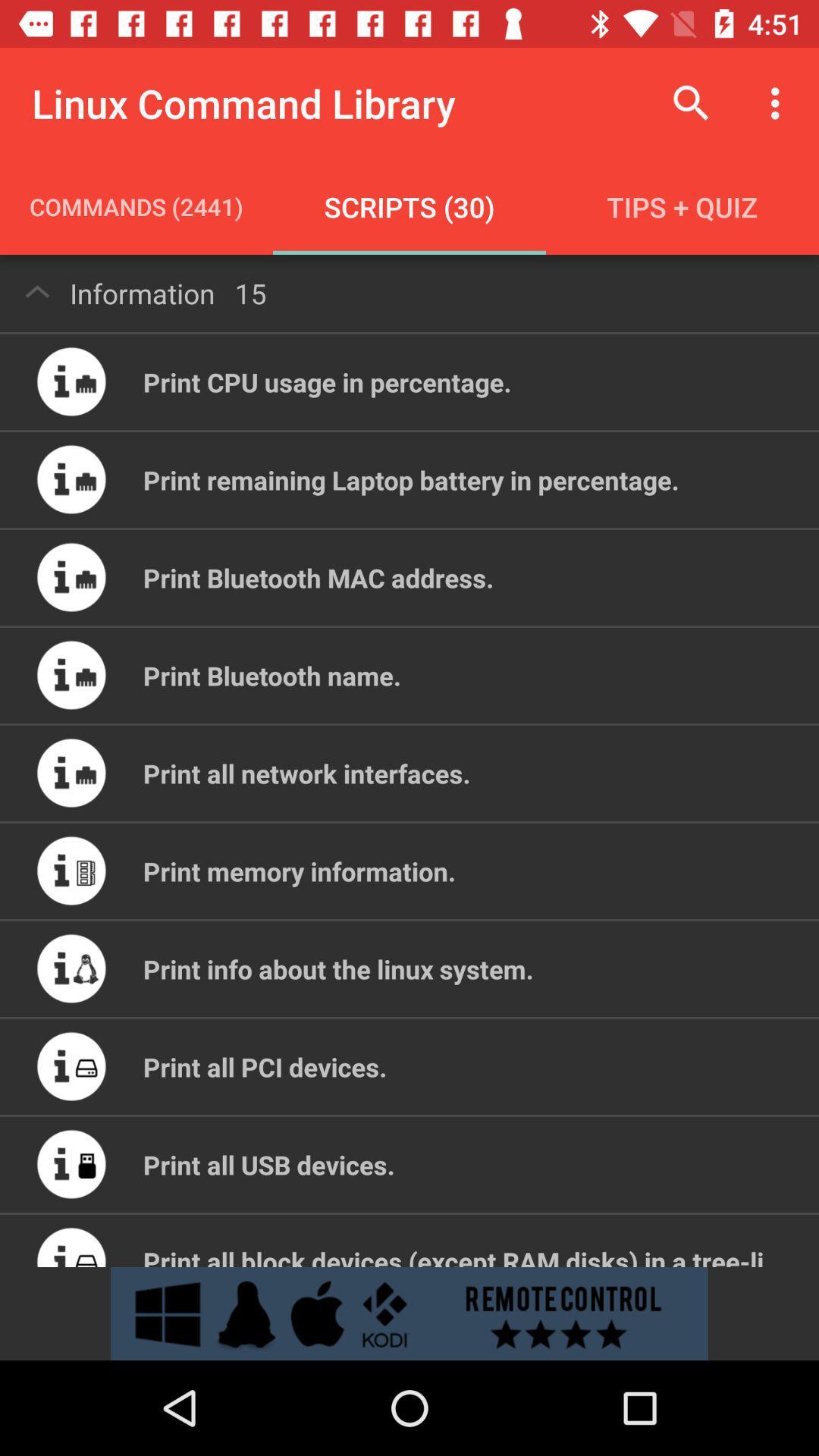 This screenshot has height=1456, width=819. What do you see at coordinates (409, 1313) in the screenshot?
I see `advertisement page` at bounding box center [409, 1313].